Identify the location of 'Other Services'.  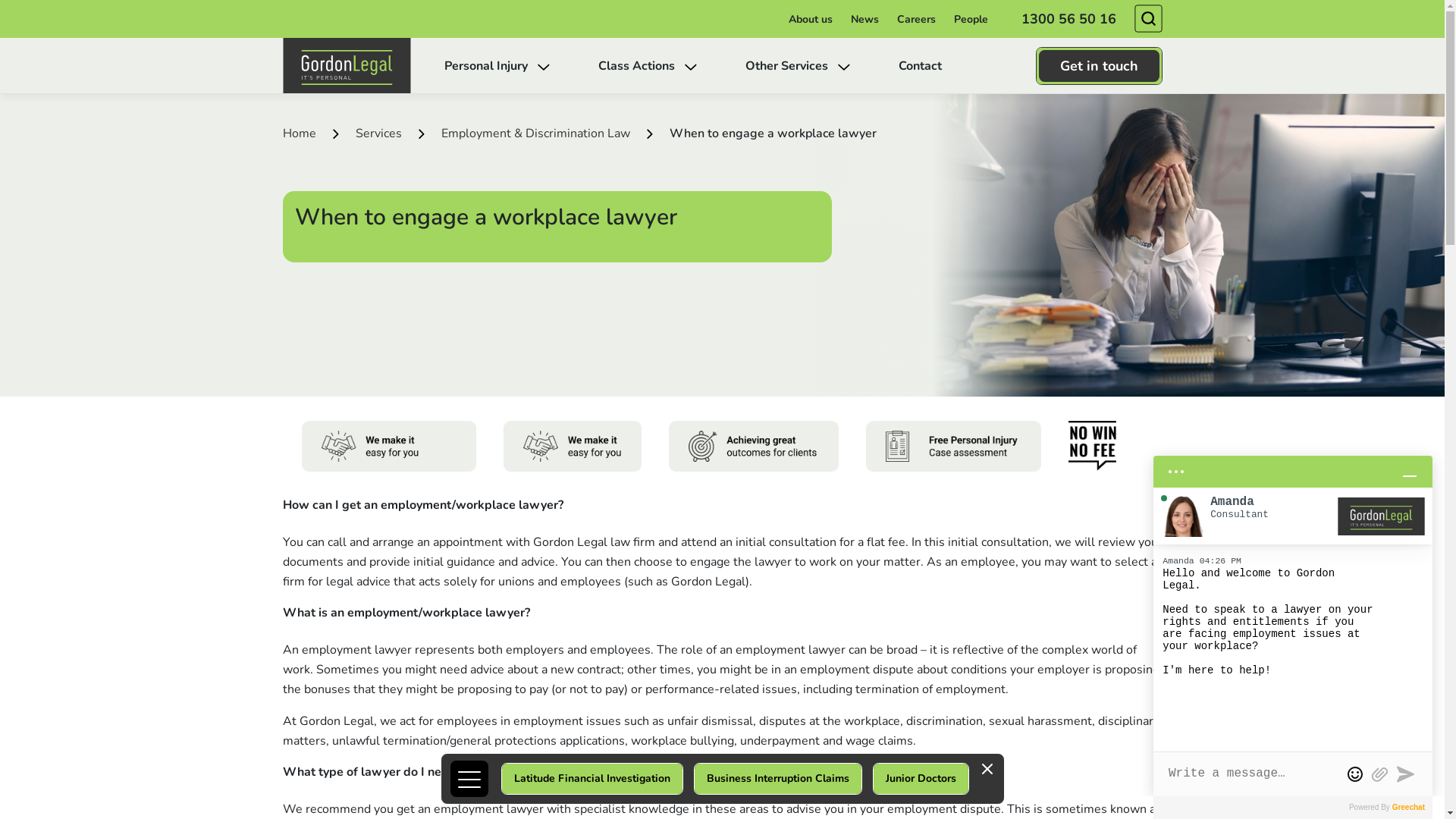
(796, 65).